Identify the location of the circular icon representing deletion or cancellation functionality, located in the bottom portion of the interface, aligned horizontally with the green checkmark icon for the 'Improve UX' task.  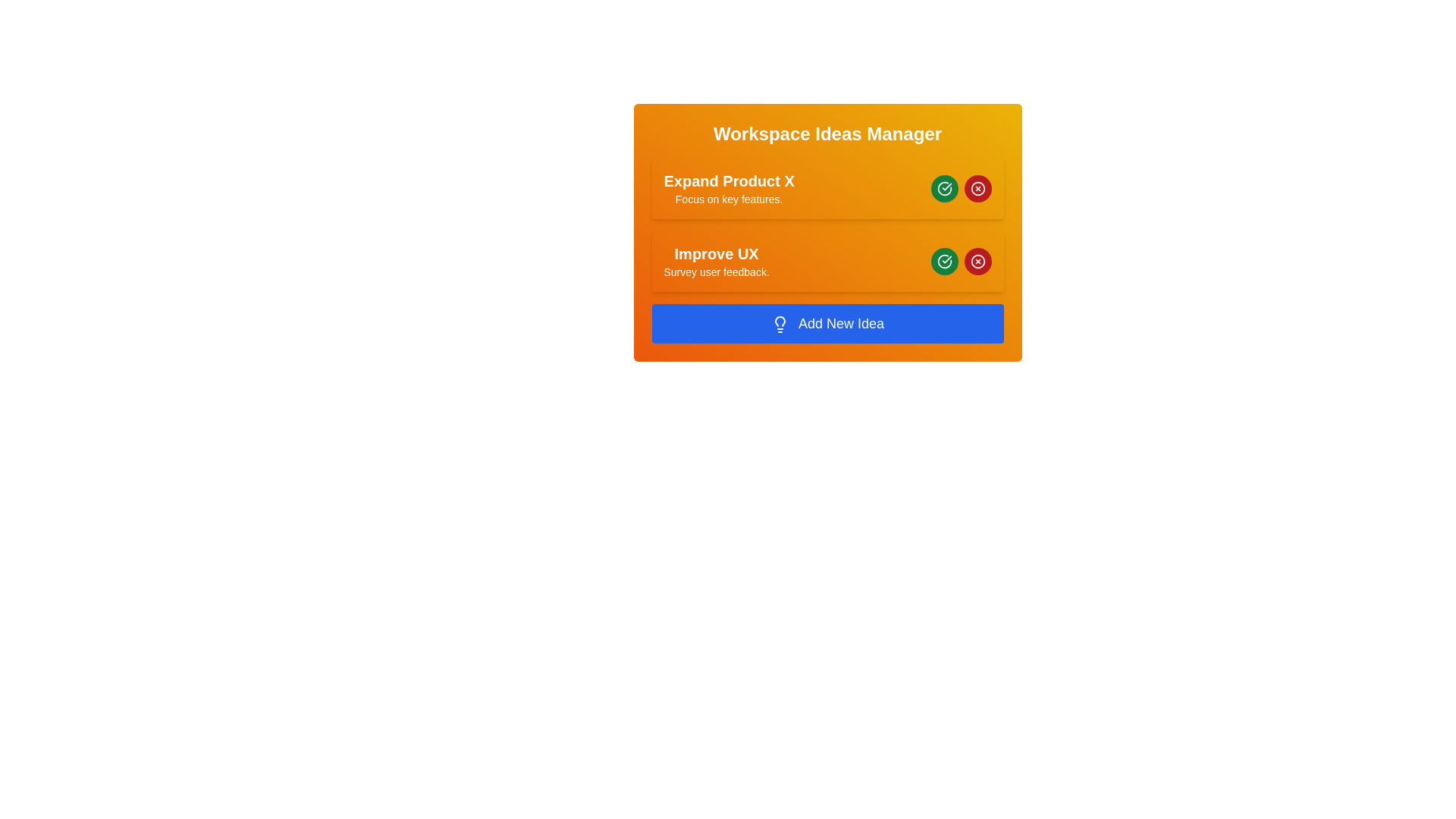
(977, 260).